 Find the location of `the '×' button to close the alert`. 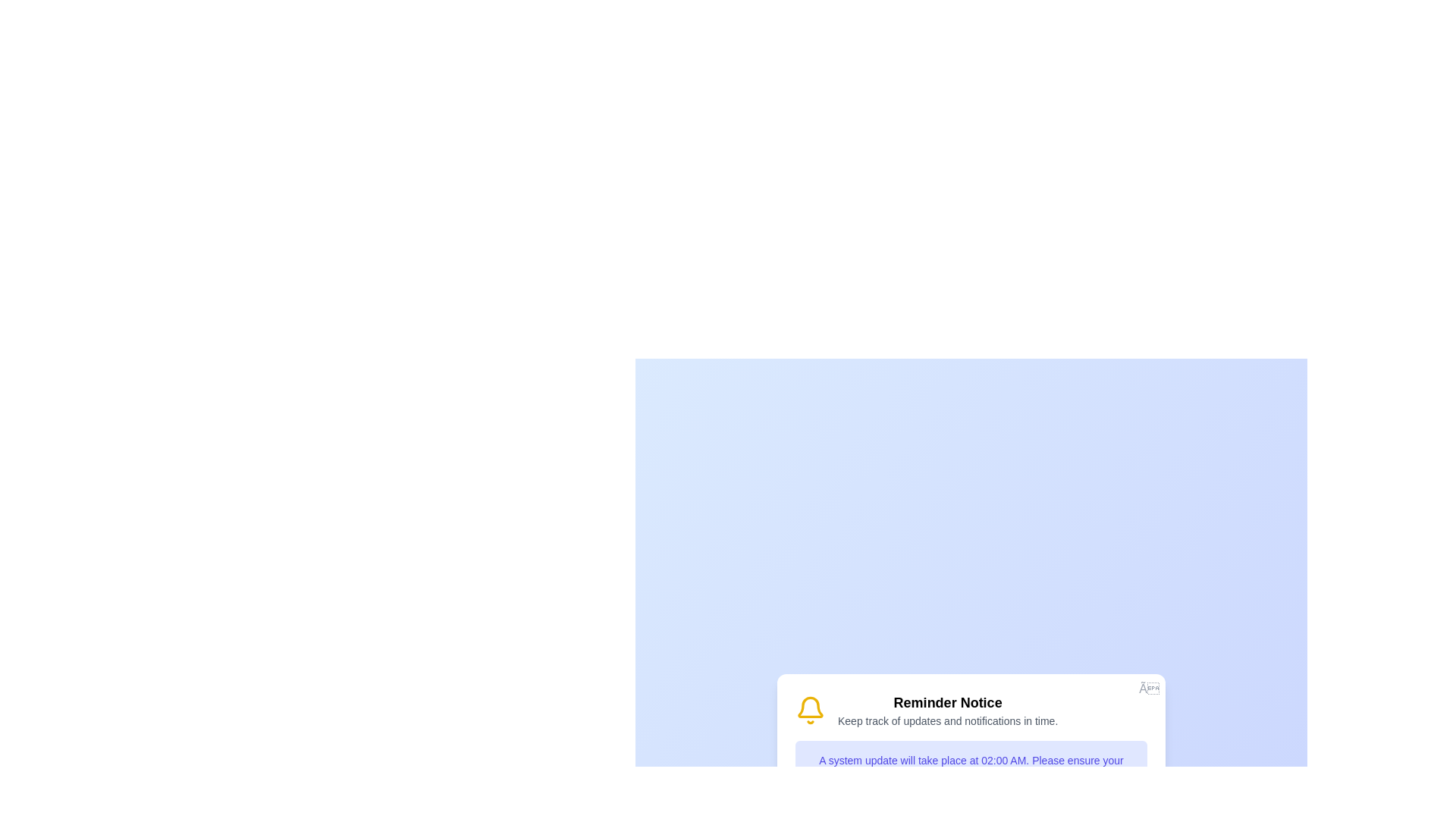

the '×' button to close the alert is located at coordinates (1149, 689).